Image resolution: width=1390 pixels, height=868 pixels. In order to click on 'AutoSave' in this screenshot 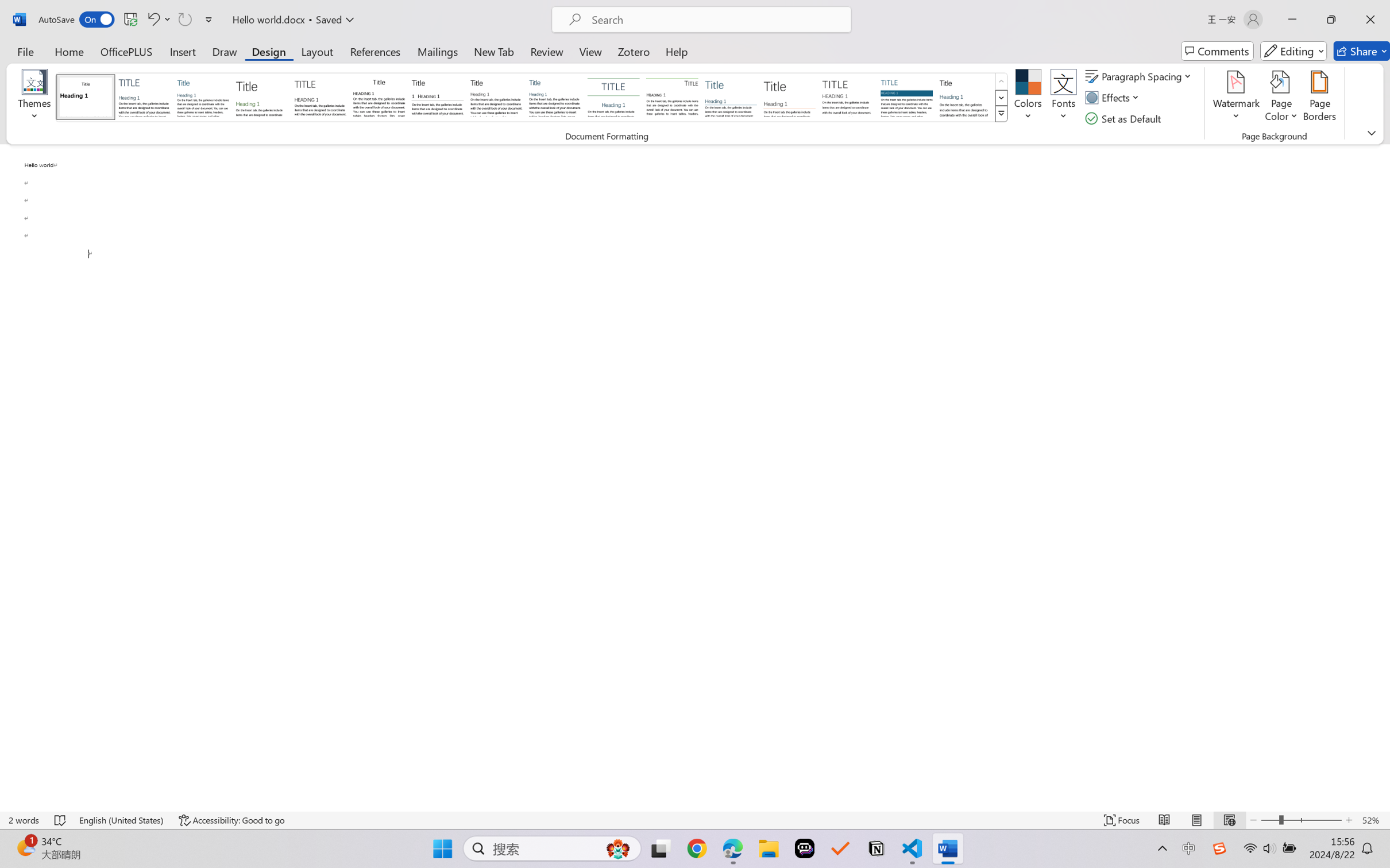, I will do `click(76, 19)`.